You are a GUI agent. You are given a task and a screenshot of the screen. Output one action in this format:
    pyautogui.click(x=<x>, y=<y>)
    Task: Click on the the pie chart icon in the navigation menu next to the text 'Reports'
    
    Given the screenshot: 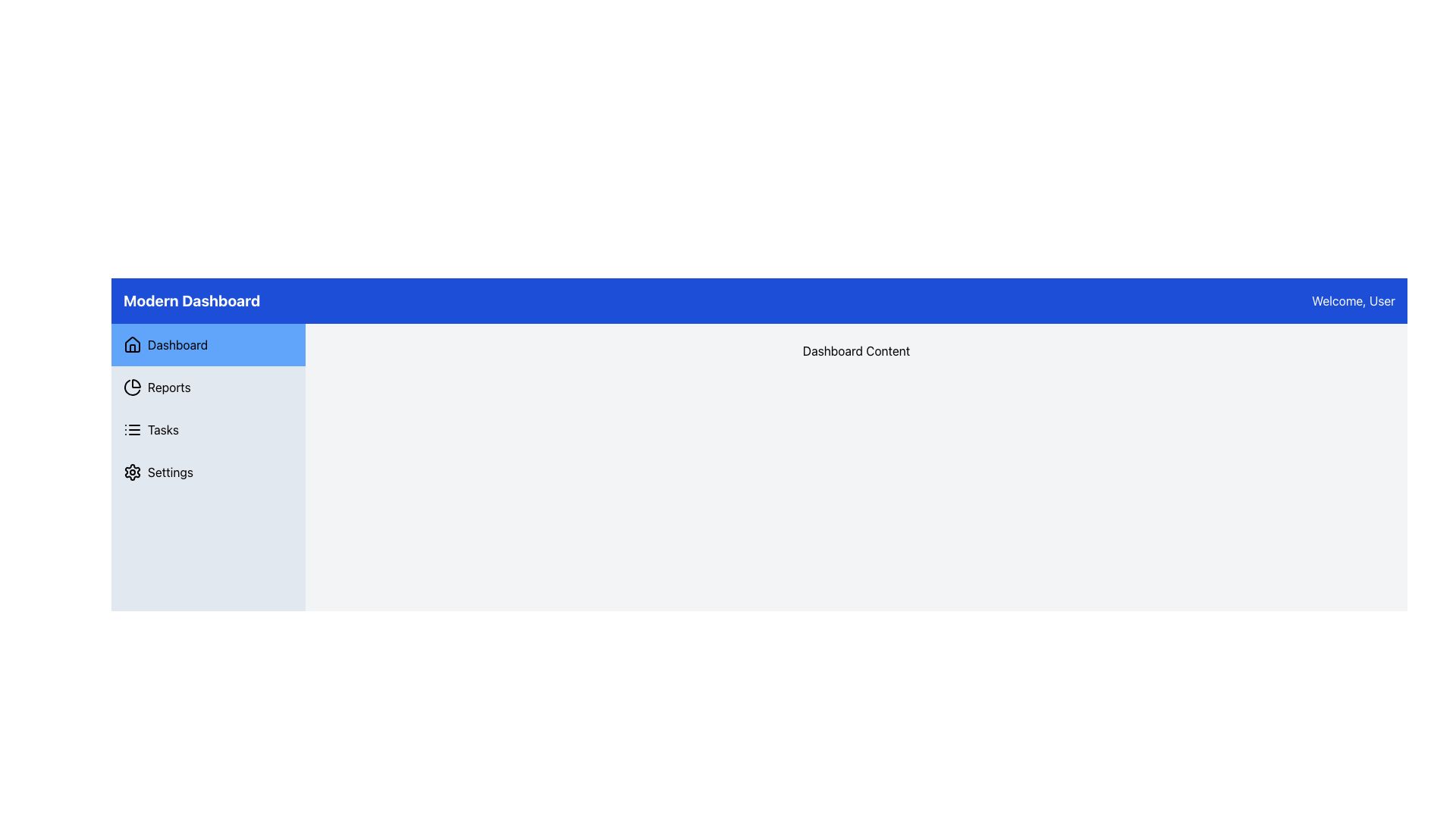 What is the action you would take?
    pyautogui.click(x=132, y=386)
    